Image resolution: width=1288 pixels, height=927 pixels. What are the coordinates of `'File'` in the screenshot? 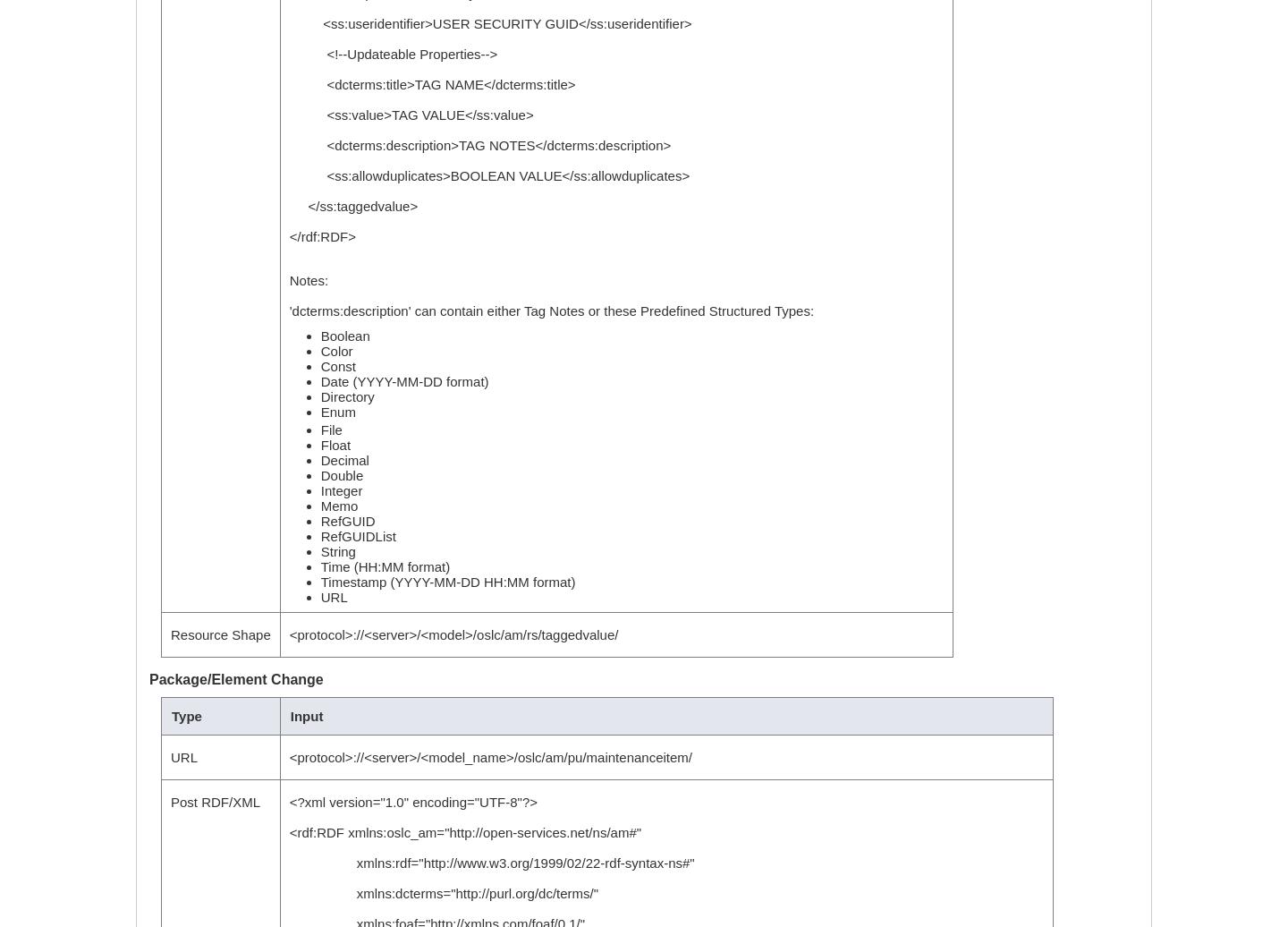 It's located at (329, 429).